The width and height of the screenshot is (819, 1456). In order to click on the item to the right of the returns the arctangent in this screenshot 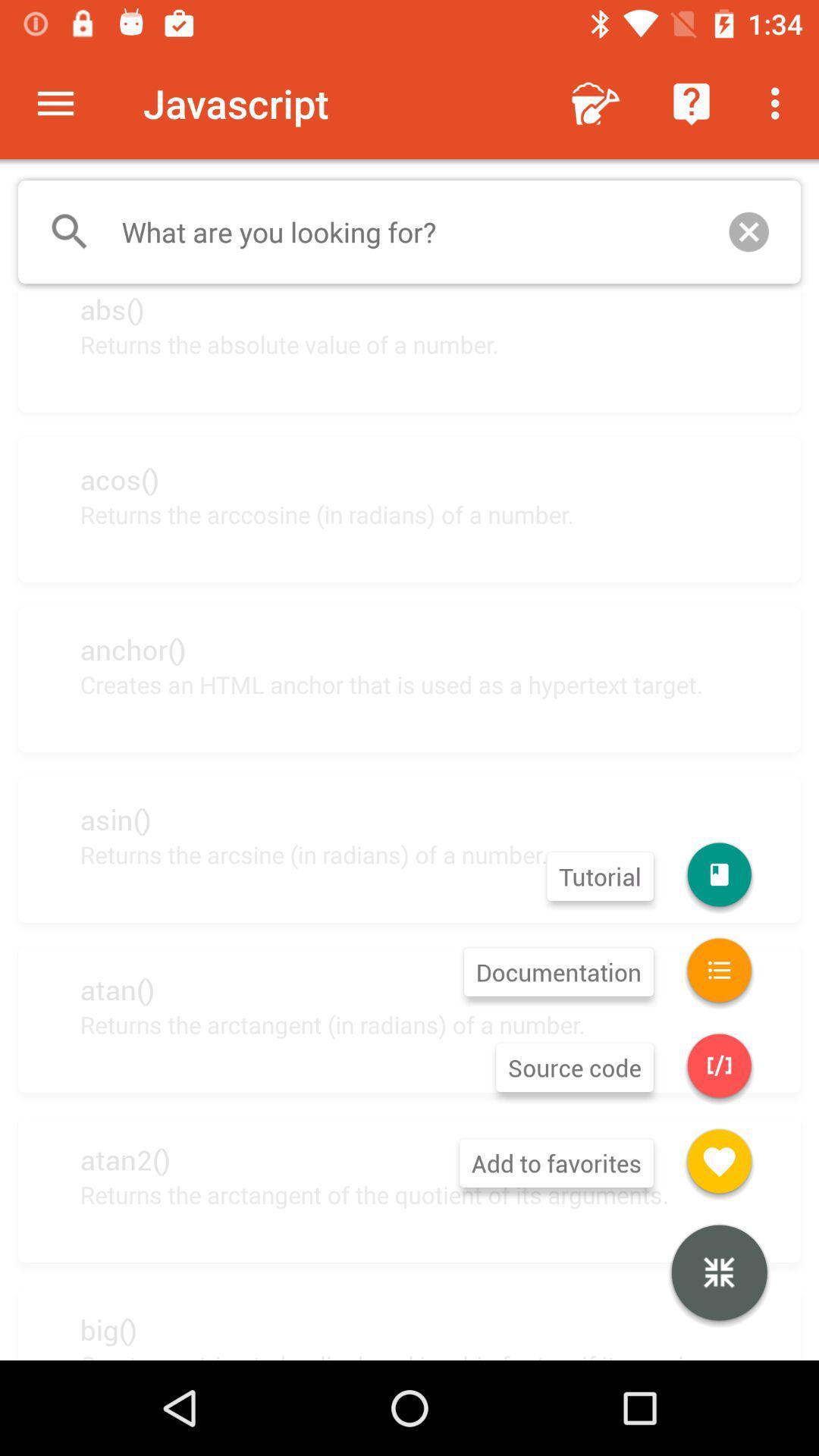, I will do `click(718, 1274)`.